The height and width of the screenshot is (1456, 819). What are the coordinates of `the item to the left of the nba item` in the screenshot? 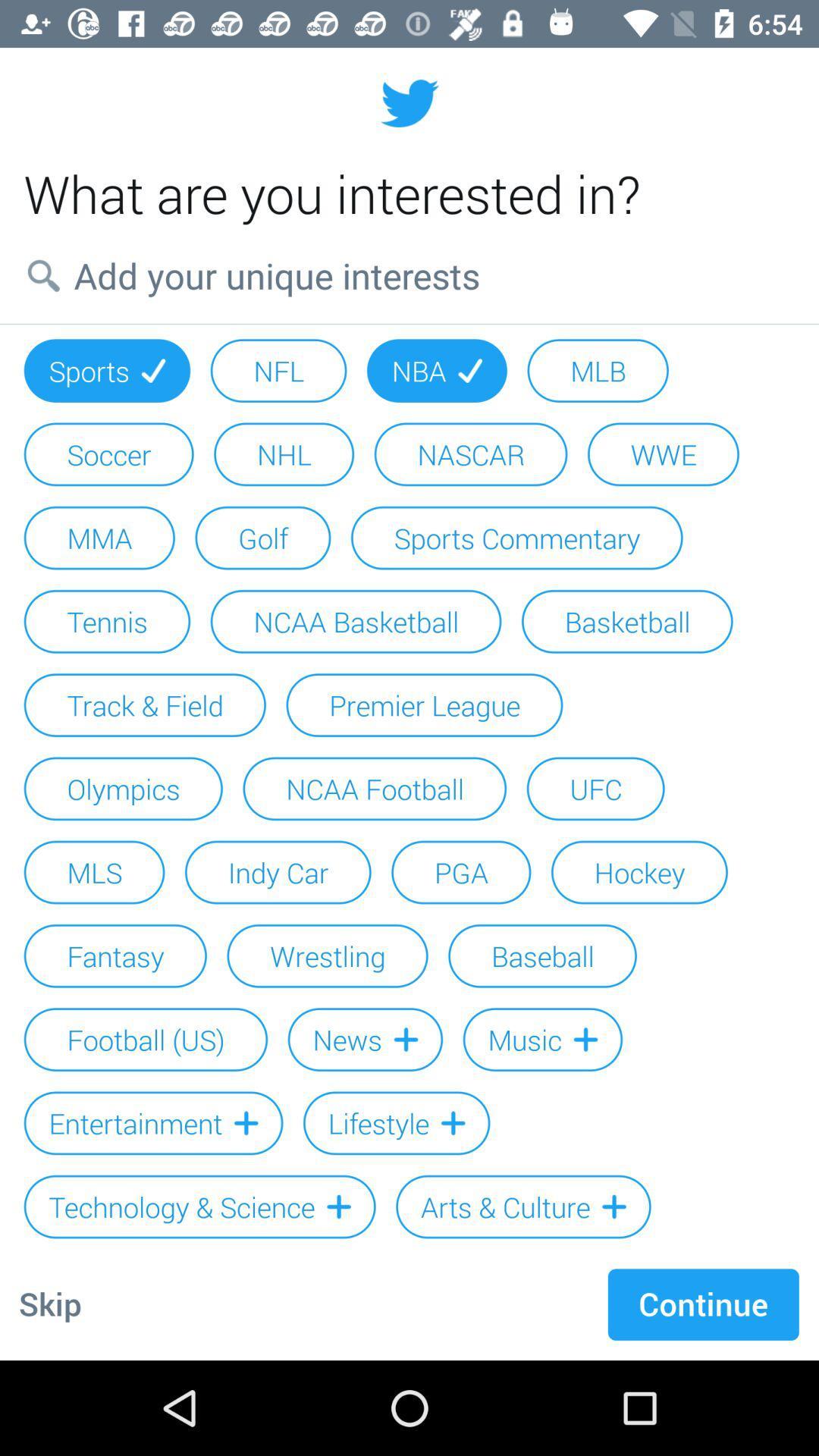 It's located at (278, 371).